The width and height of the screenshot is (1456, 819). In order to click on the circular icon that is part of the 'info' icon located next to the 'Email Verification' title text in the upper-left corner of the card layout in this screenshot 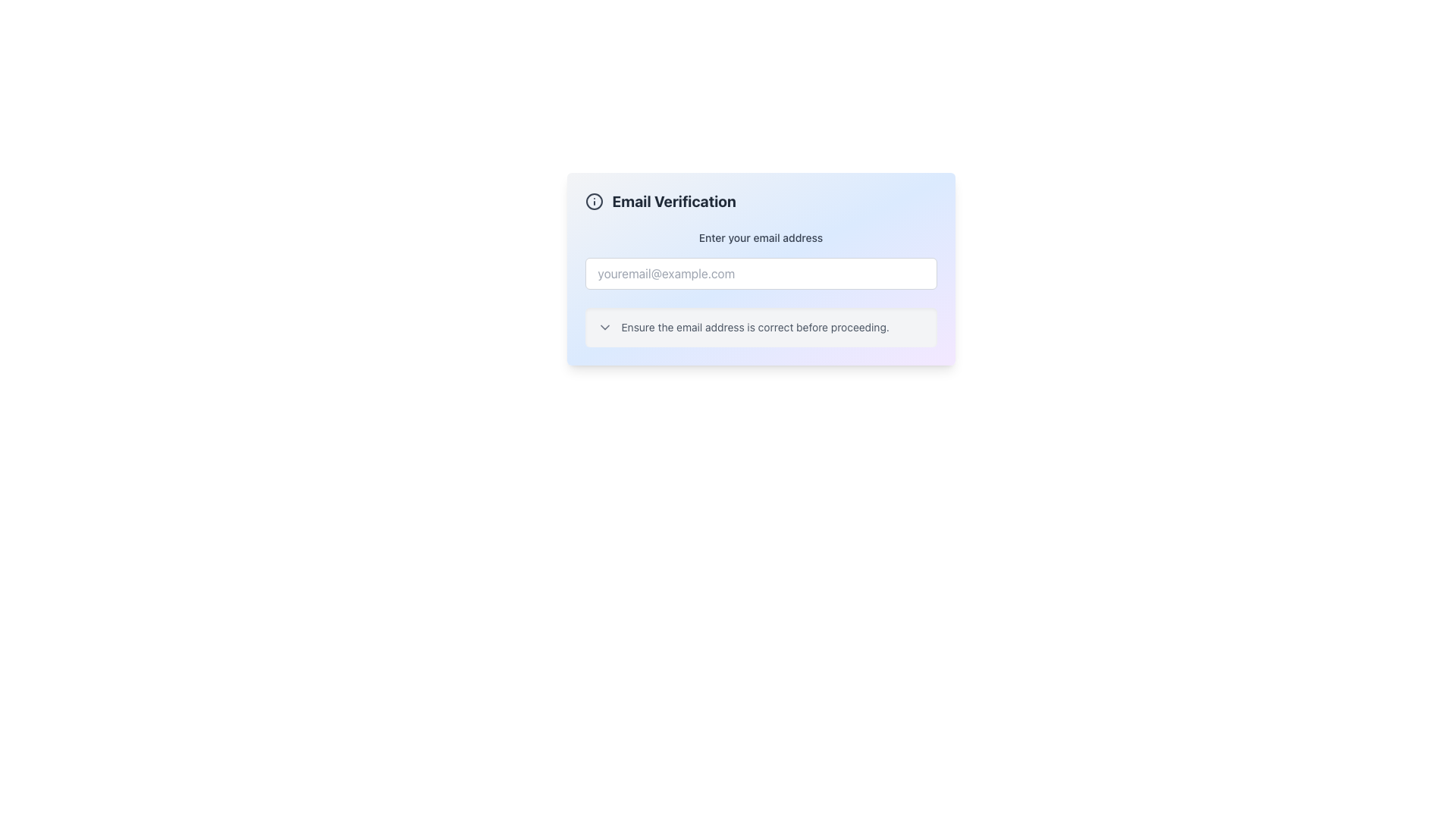, I will do `click(593, 201)`.